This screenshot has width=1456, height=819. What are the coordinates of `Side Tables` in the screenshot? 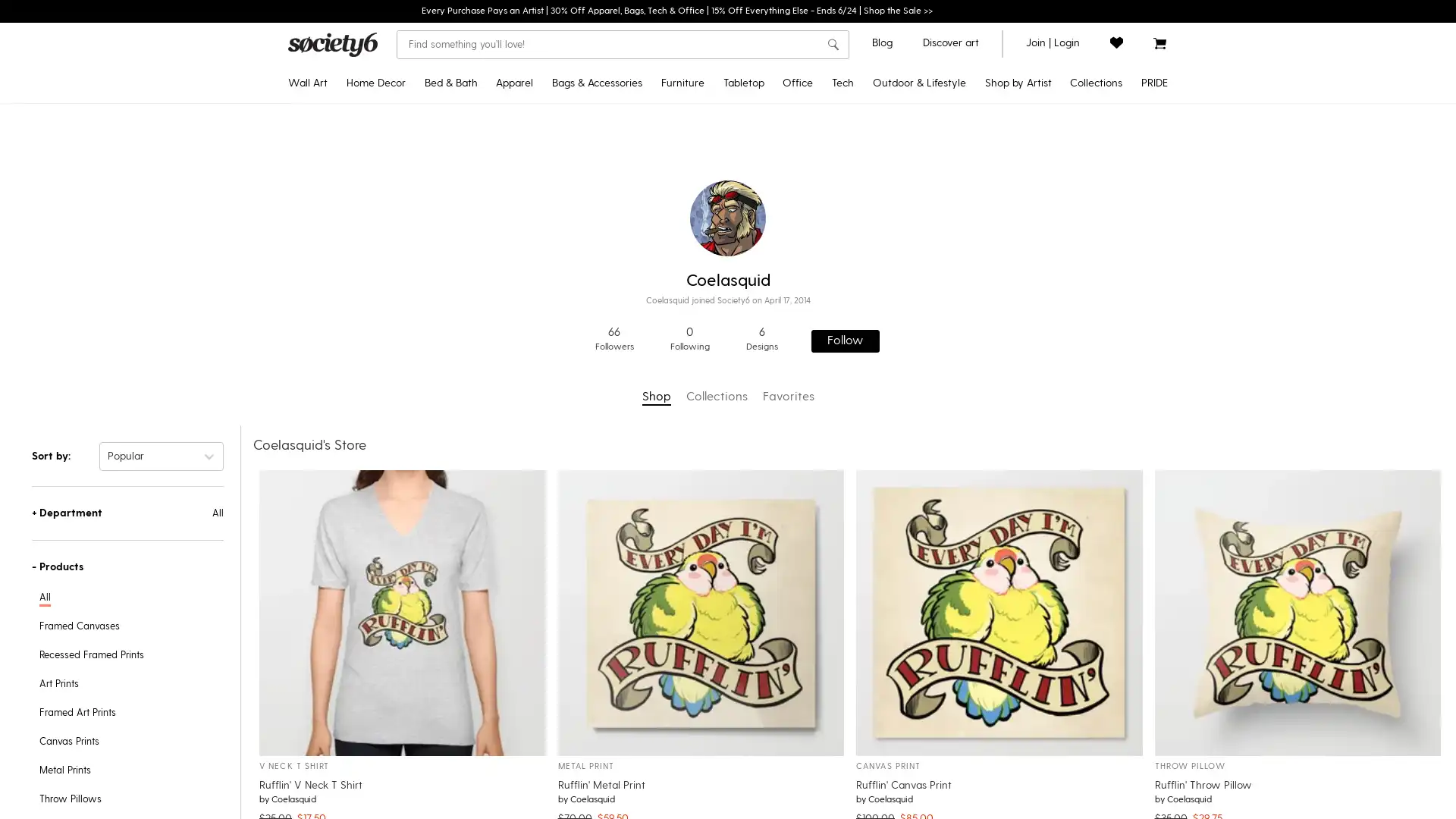 It's located at (708, 219).